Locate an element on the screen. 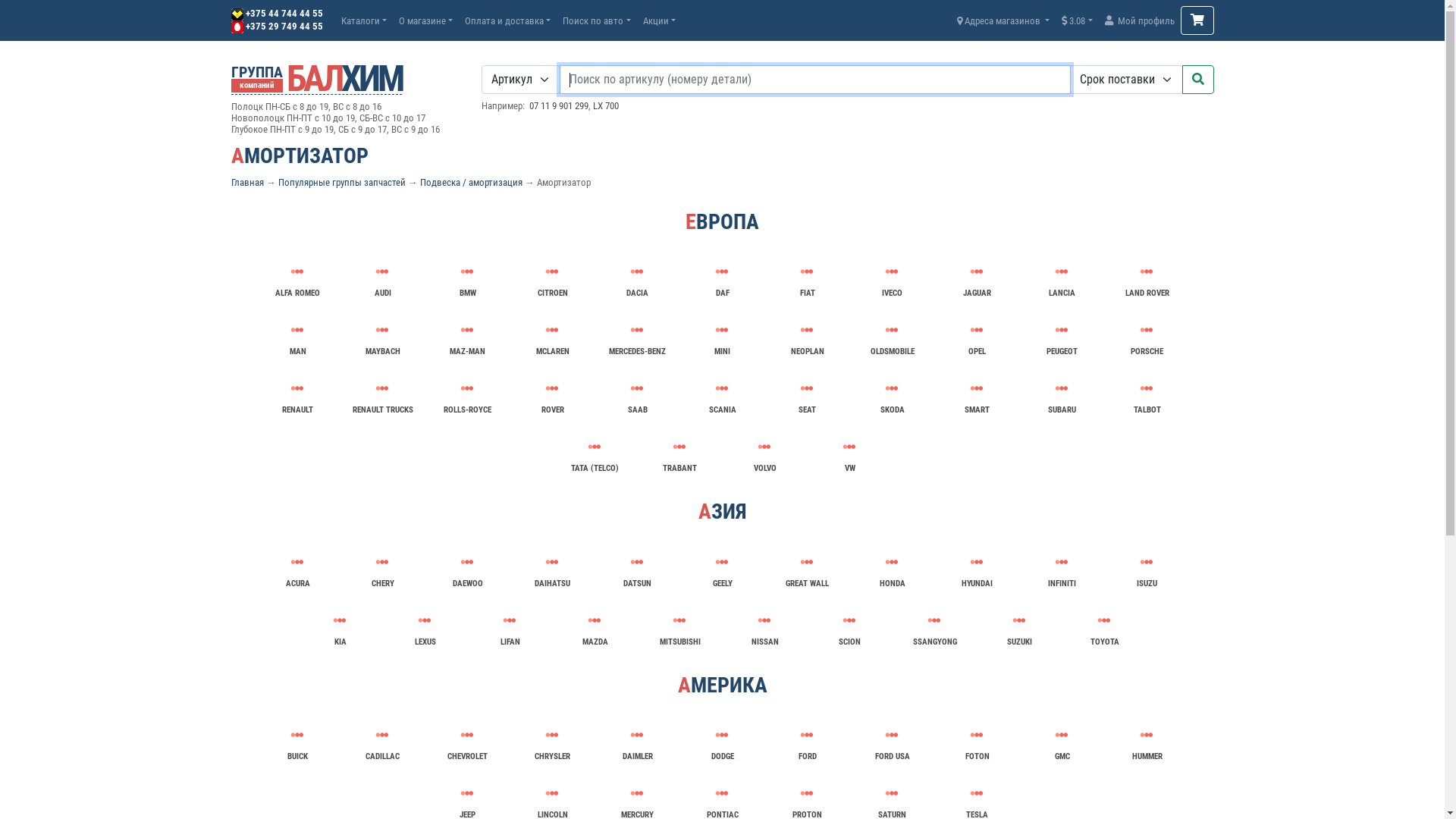 The width and height of the screenshot is (1456, 819). 'SCION' is located at coordinates (849, 626).